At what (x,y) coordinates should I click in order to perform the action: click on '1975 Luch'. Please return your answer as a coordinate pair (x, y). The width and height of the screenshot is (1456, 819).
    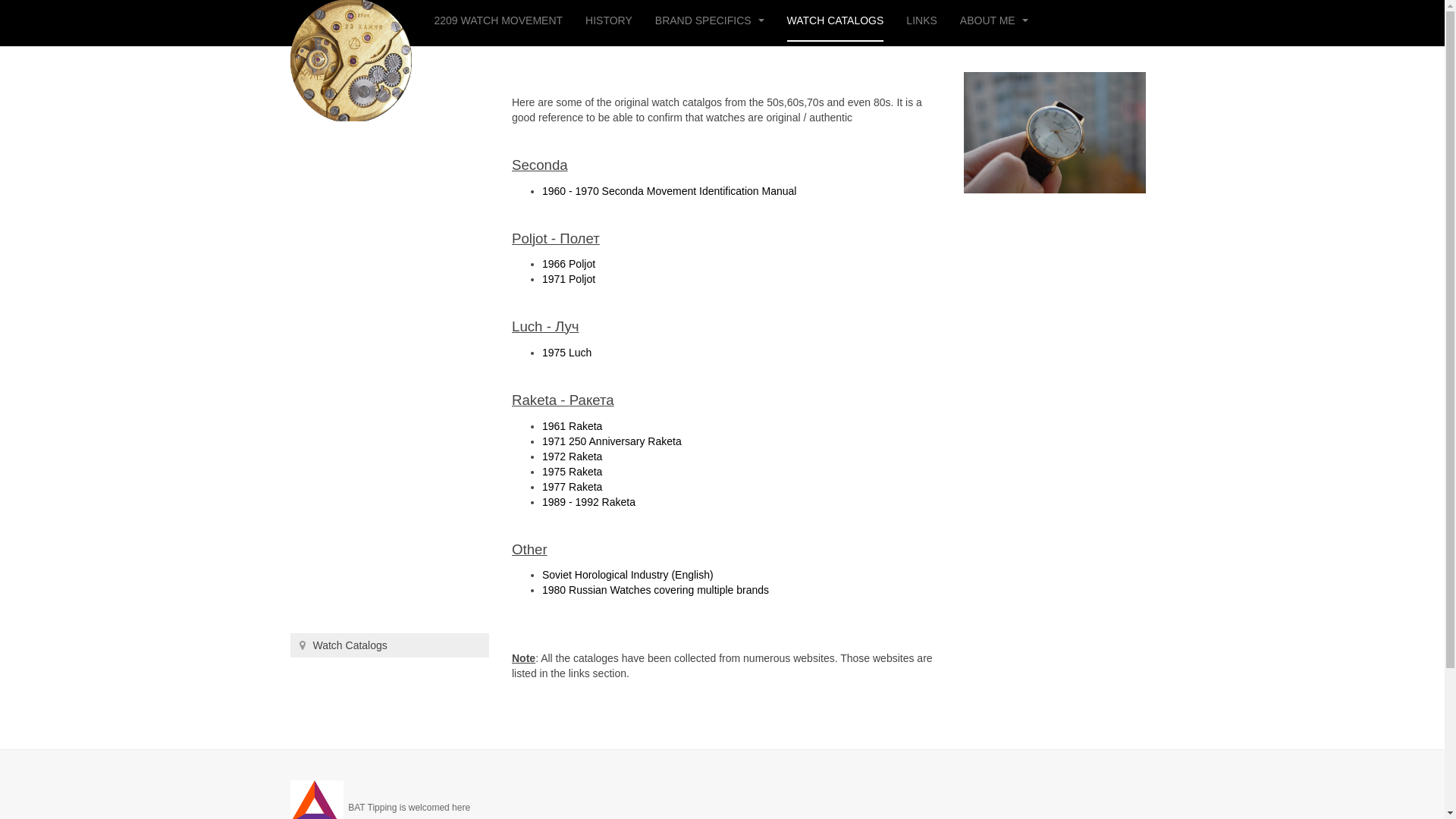
    Looking at the image, I should click on (566, 353).